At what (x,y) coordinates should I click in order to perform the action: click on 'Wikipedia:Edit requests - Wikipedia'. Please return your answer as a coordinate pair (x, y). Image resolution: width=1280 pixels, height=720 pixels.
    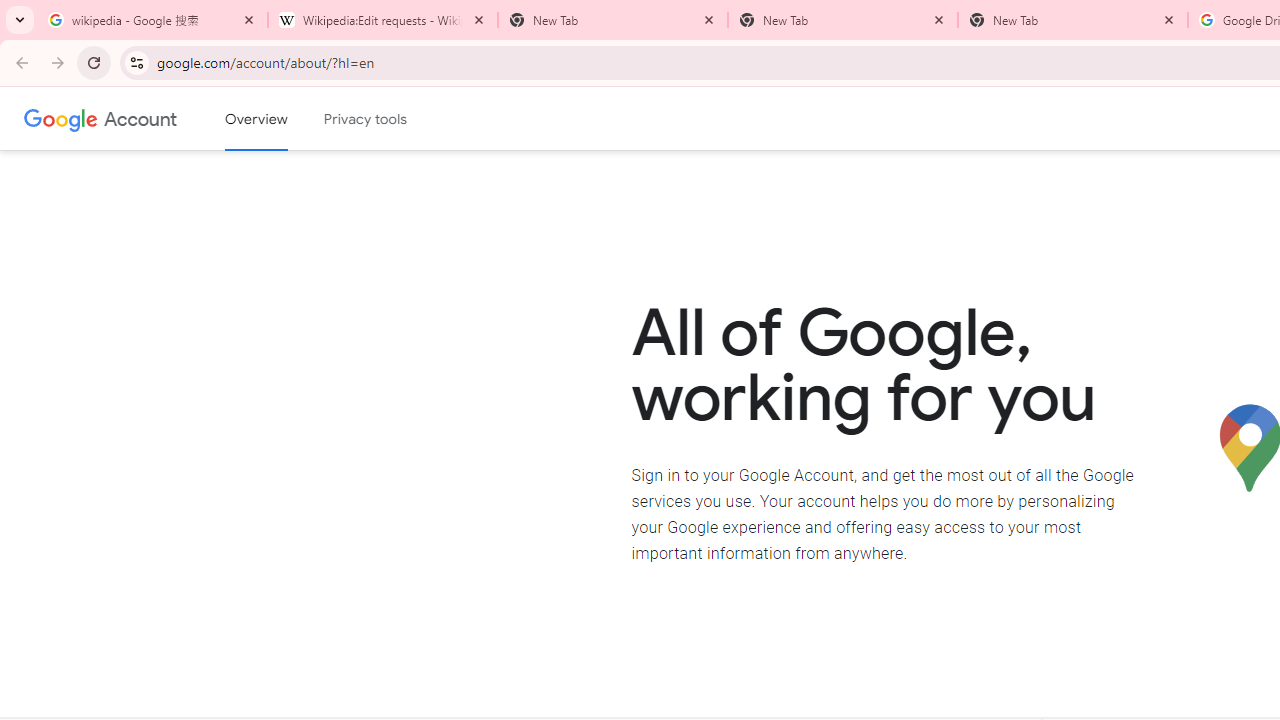
    Looking at the image, I should click on (382, 20).